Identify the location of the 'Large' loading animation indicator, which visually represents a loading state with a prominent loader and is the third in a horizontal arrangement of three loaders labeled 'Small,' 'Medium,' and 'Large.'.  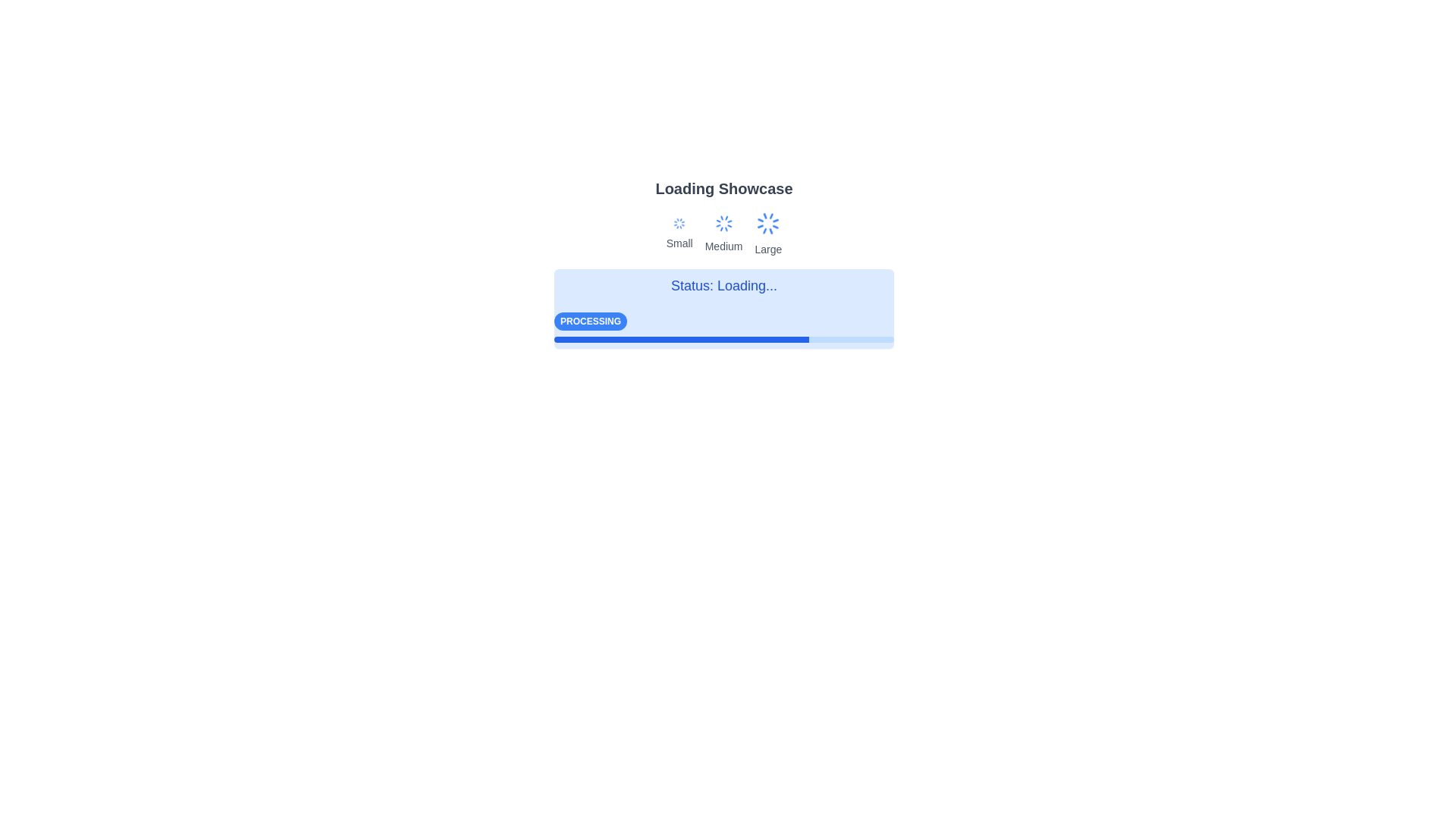
(768, 234).